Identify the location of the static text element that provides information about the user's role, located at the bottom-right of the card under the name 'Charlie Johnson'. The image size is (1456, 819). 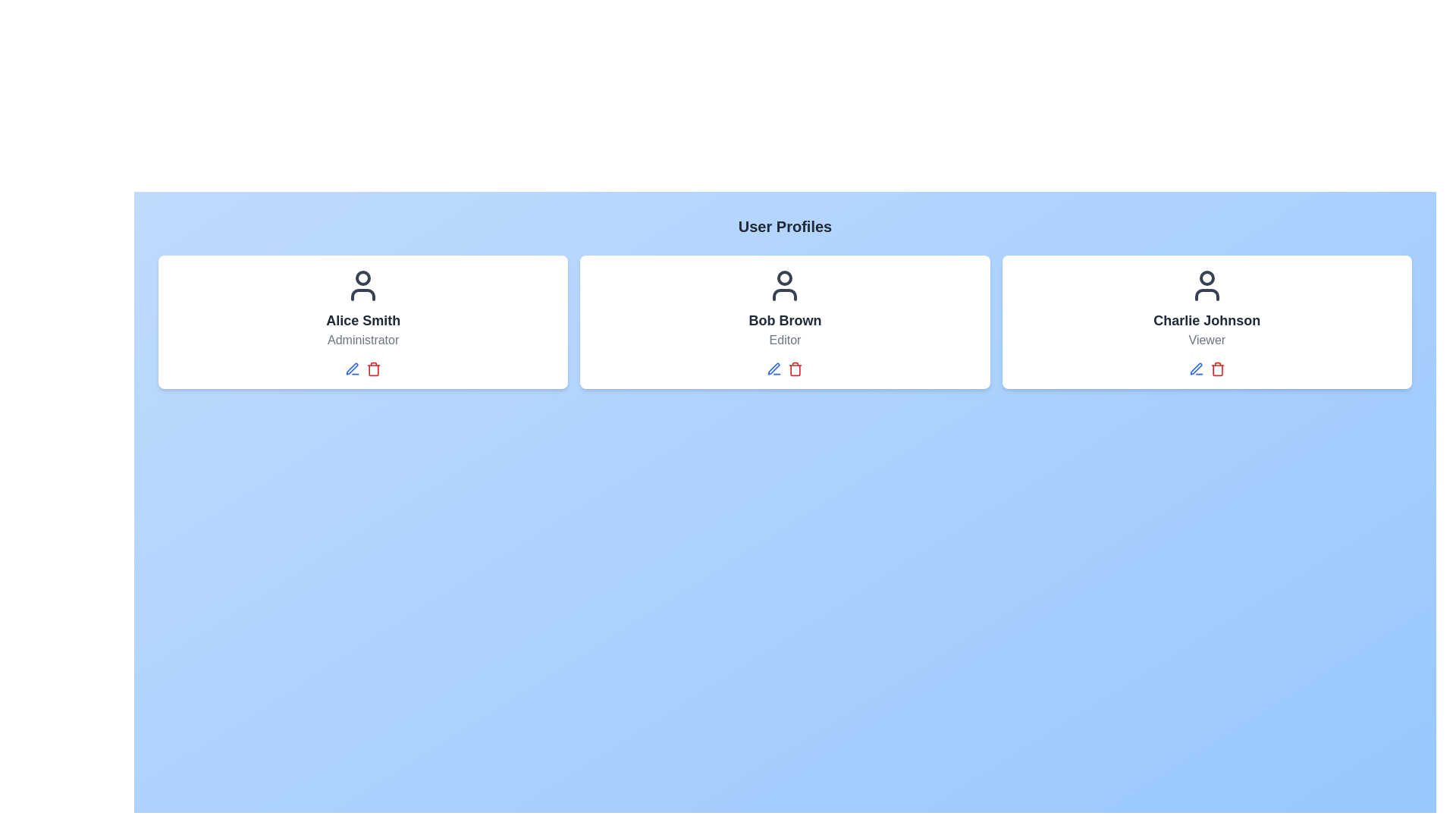
(1206, 339).